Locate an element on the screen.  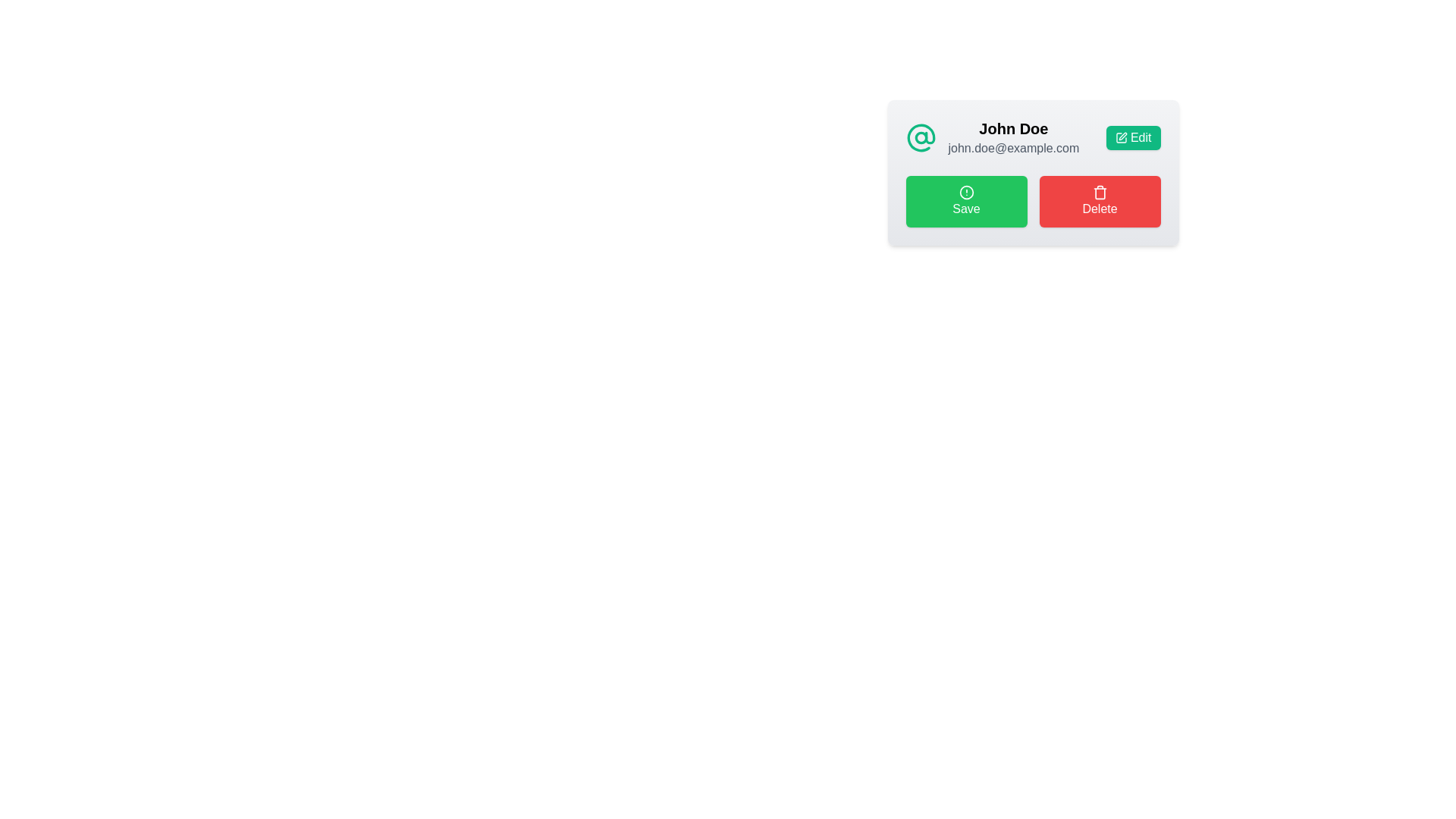
the user profile section containing the name 'John Doe' and email 'john.doe@example.com' is located at coordinates (1032, 137).